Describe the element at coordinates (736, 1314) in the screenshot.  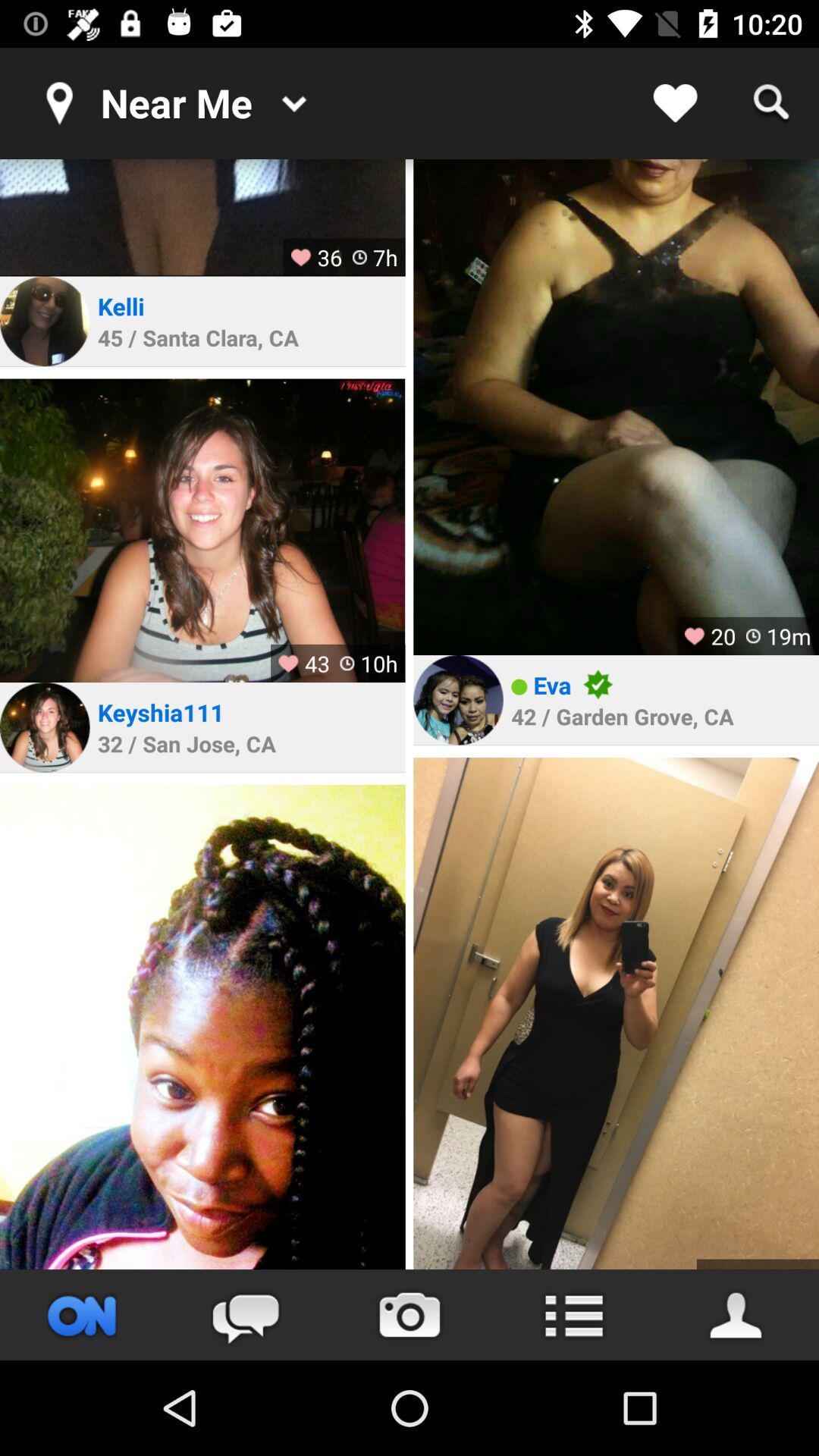
I see `the avatar icon` at that location.